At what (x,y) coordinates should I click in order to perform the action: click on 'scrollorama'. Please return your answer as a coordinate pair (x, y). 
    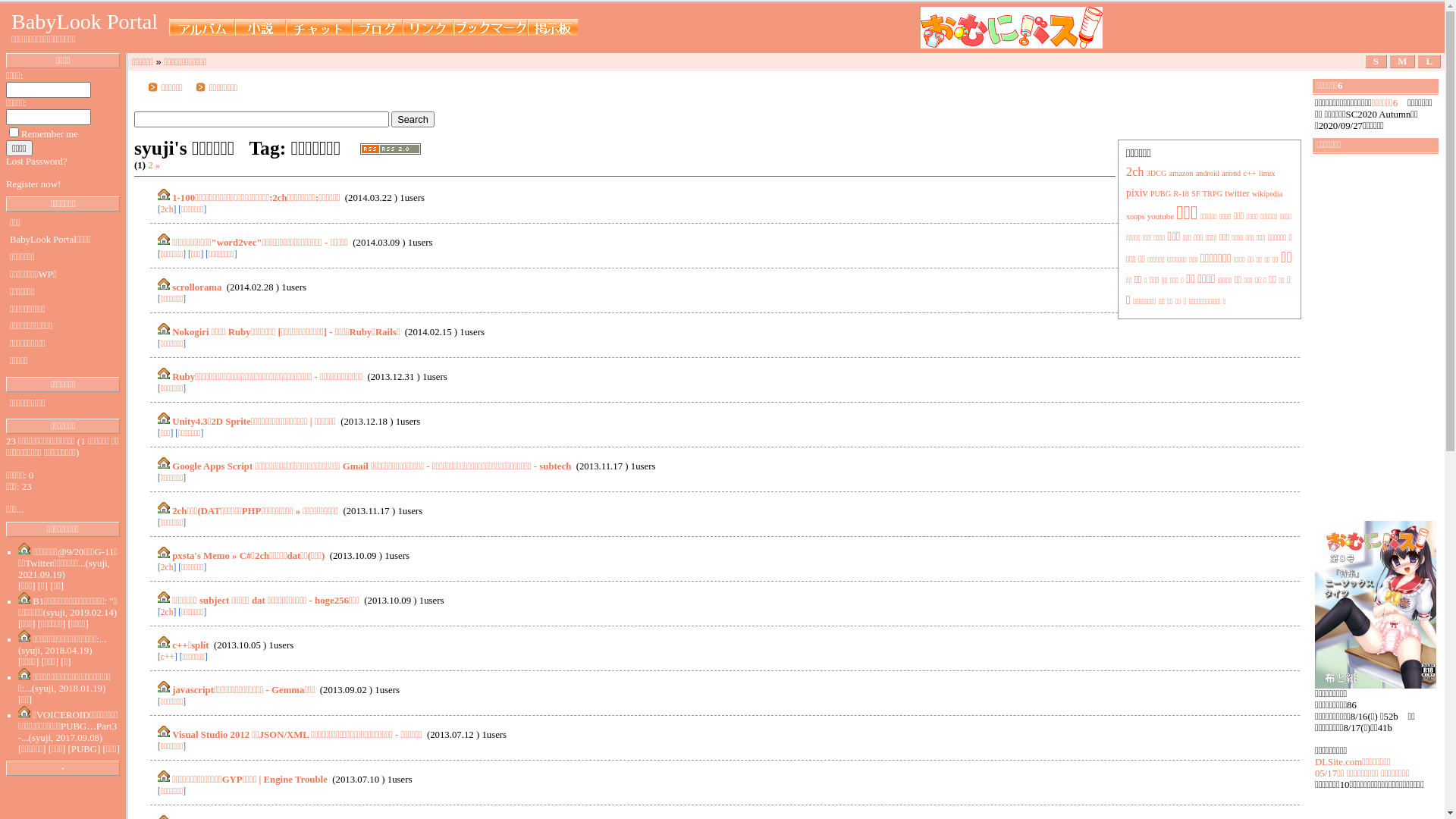
    Looking at the image, I should click on (196, 287).